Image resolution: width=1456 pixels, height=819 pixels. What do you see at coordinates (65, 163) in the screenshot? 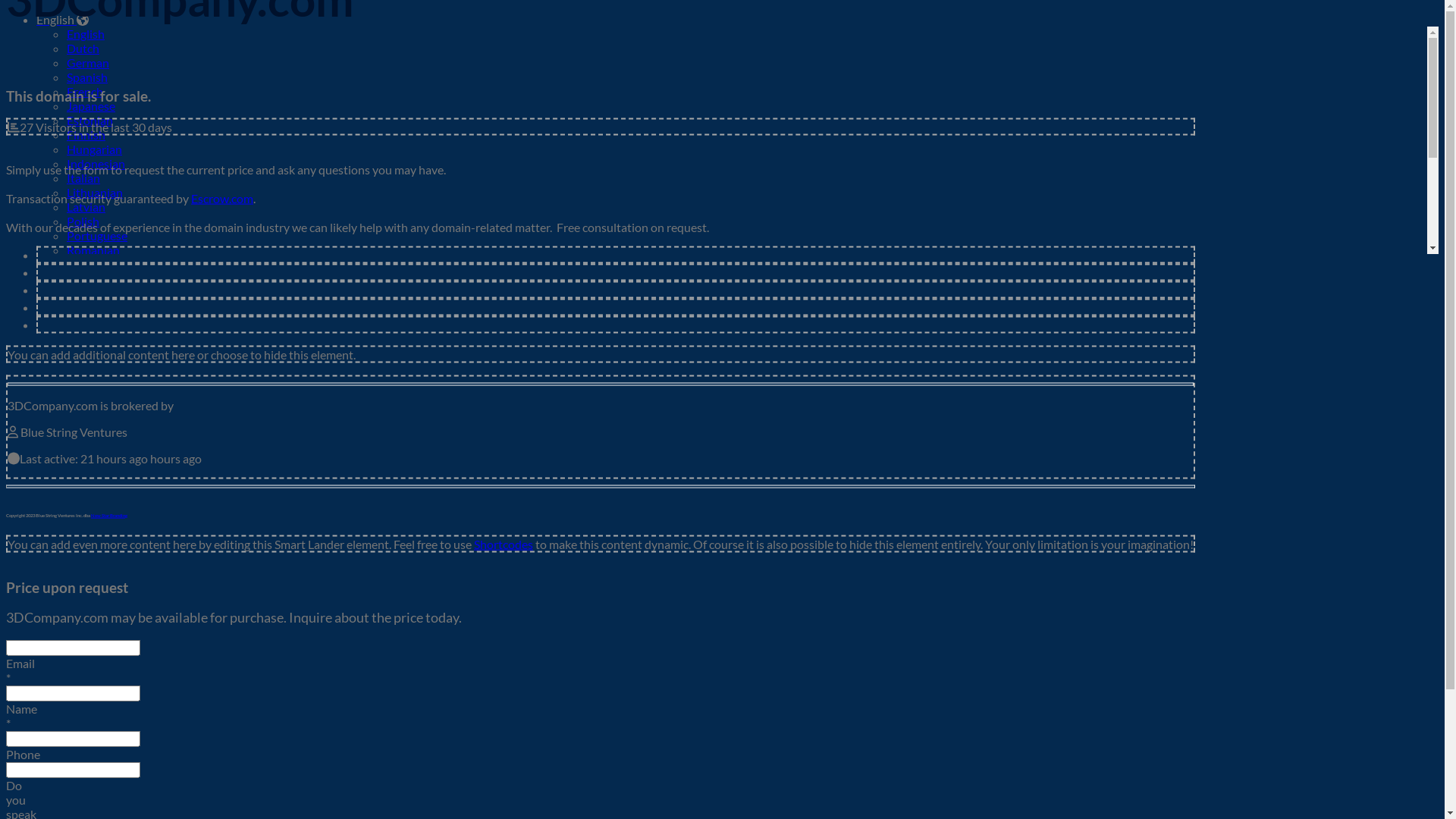
I see `'Indonesian'` at bounding box center [65, 163].